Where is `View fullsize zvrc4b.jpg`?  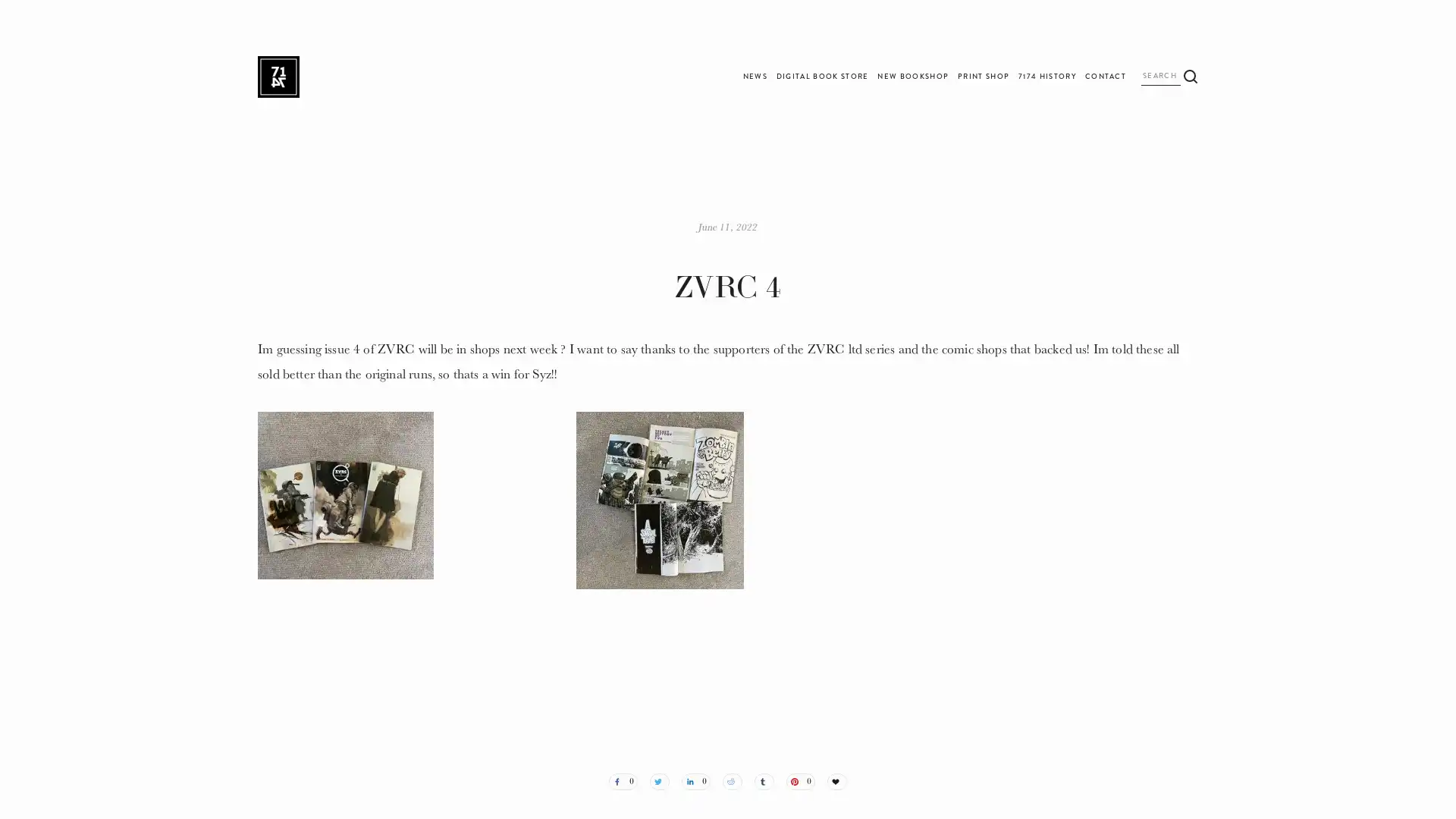 View fullsize zvrc4b.jpg is located at coordinates (728, 563).